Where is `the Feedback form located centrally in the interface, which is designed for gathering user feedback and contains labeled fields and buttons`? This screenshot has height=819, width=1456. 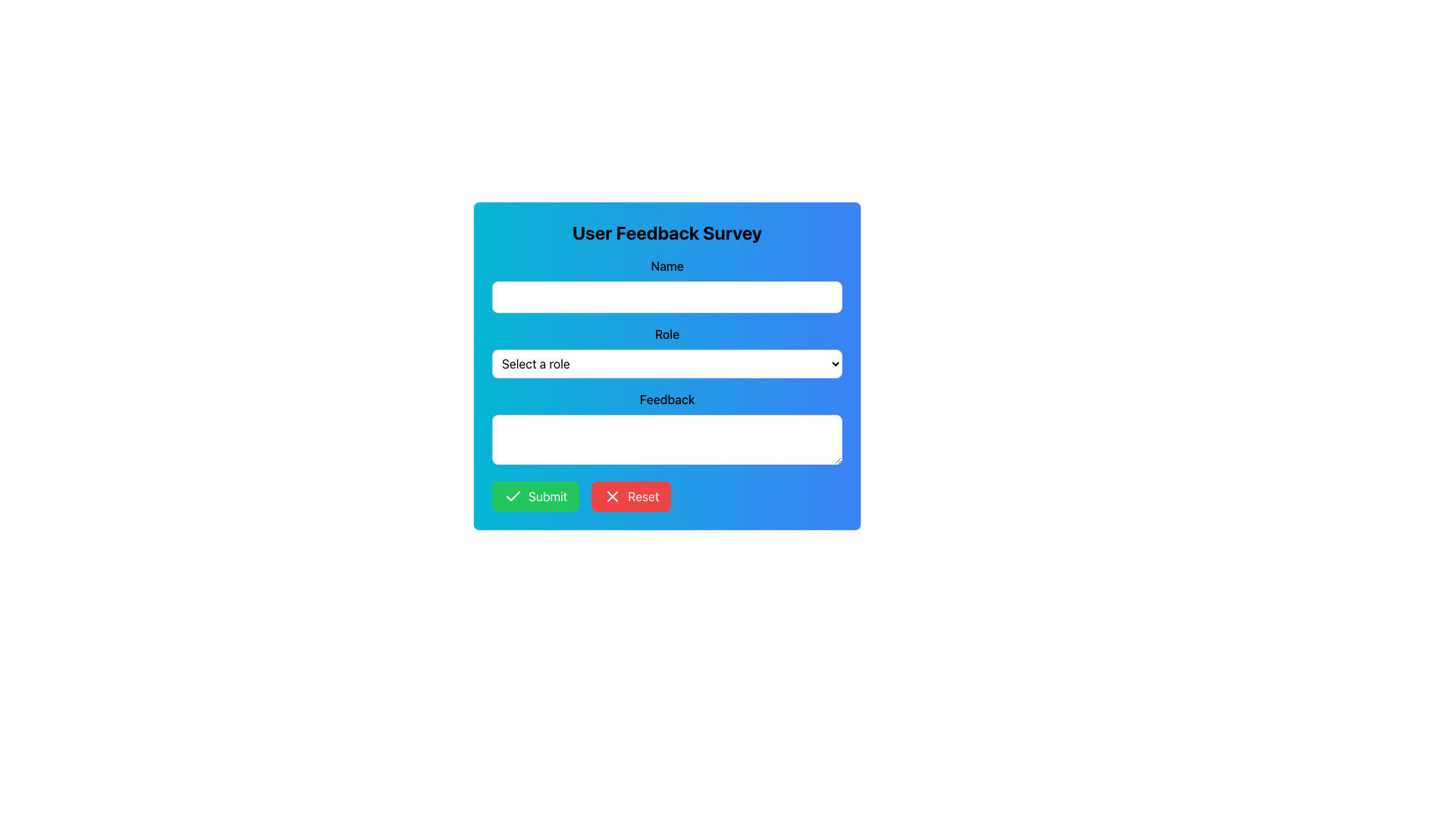
the Feedback form located centrally in the interface, which is designed for gathering user feedback and contains labeled fields and buttons is located at coordinates (667, 366).